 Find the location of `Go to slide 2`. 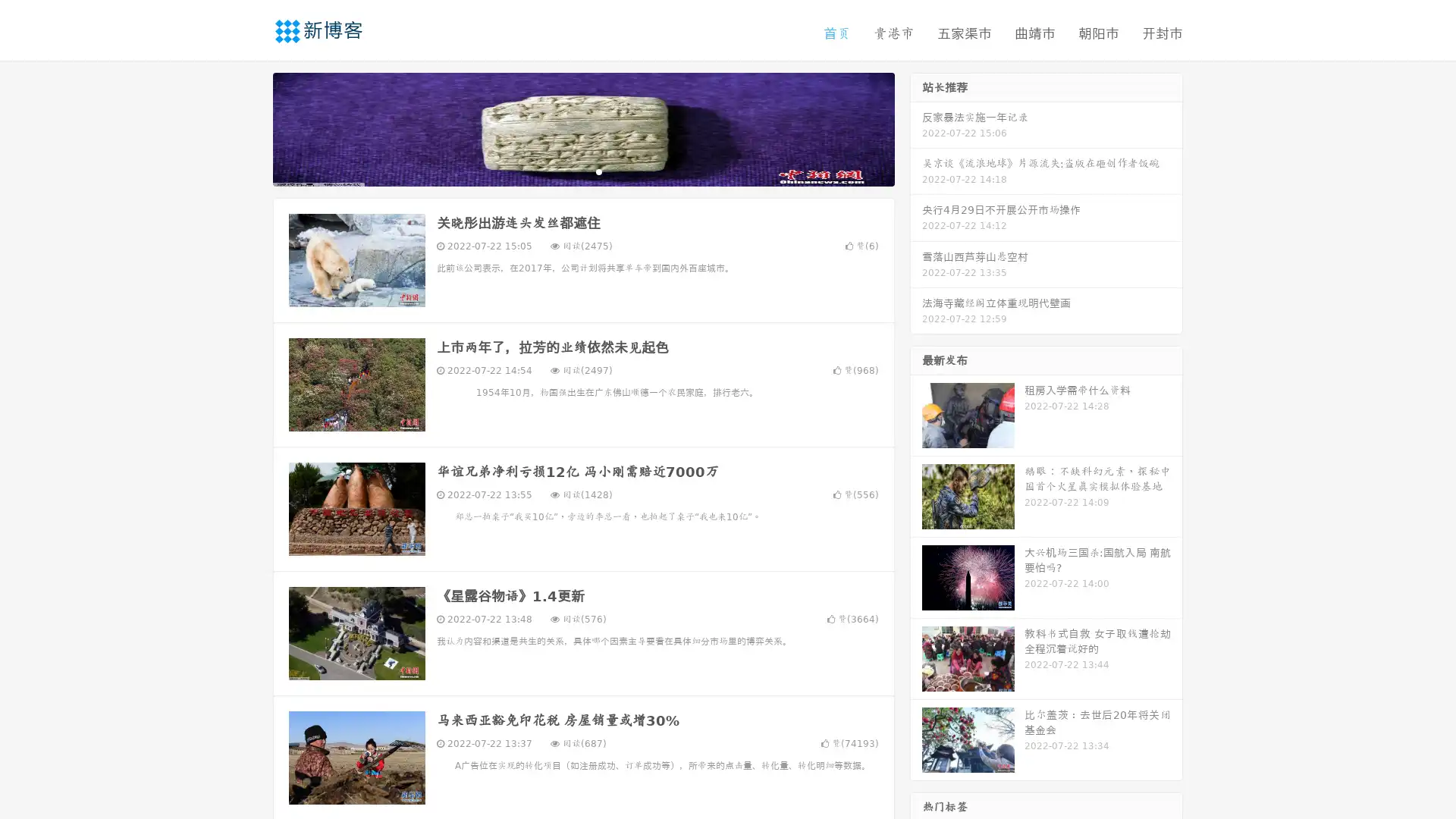

Go to slide 2 is located at coordinates (582, 171).